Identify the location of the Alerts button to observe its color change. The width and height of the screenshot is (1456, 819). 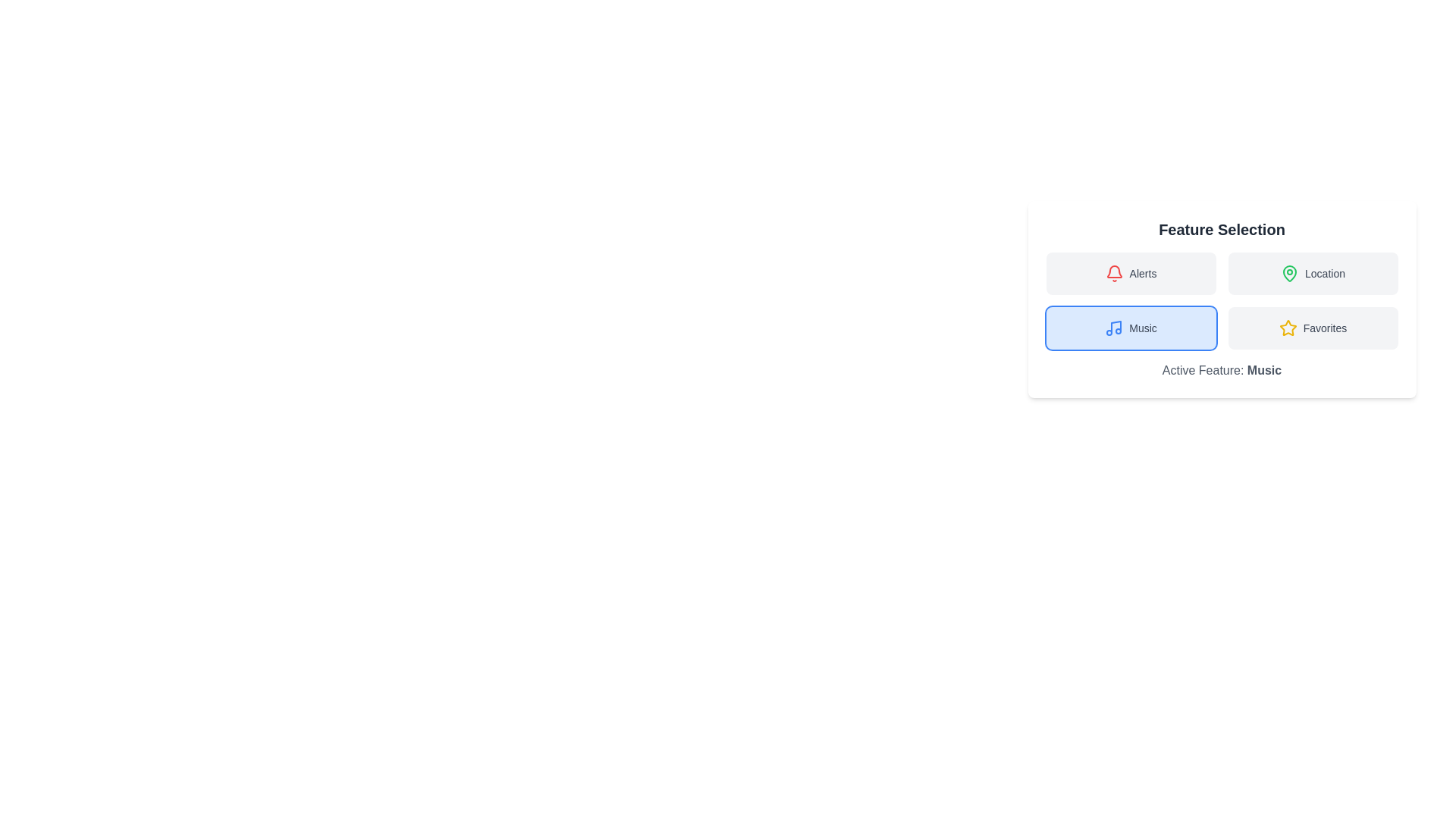
(1131, 274).